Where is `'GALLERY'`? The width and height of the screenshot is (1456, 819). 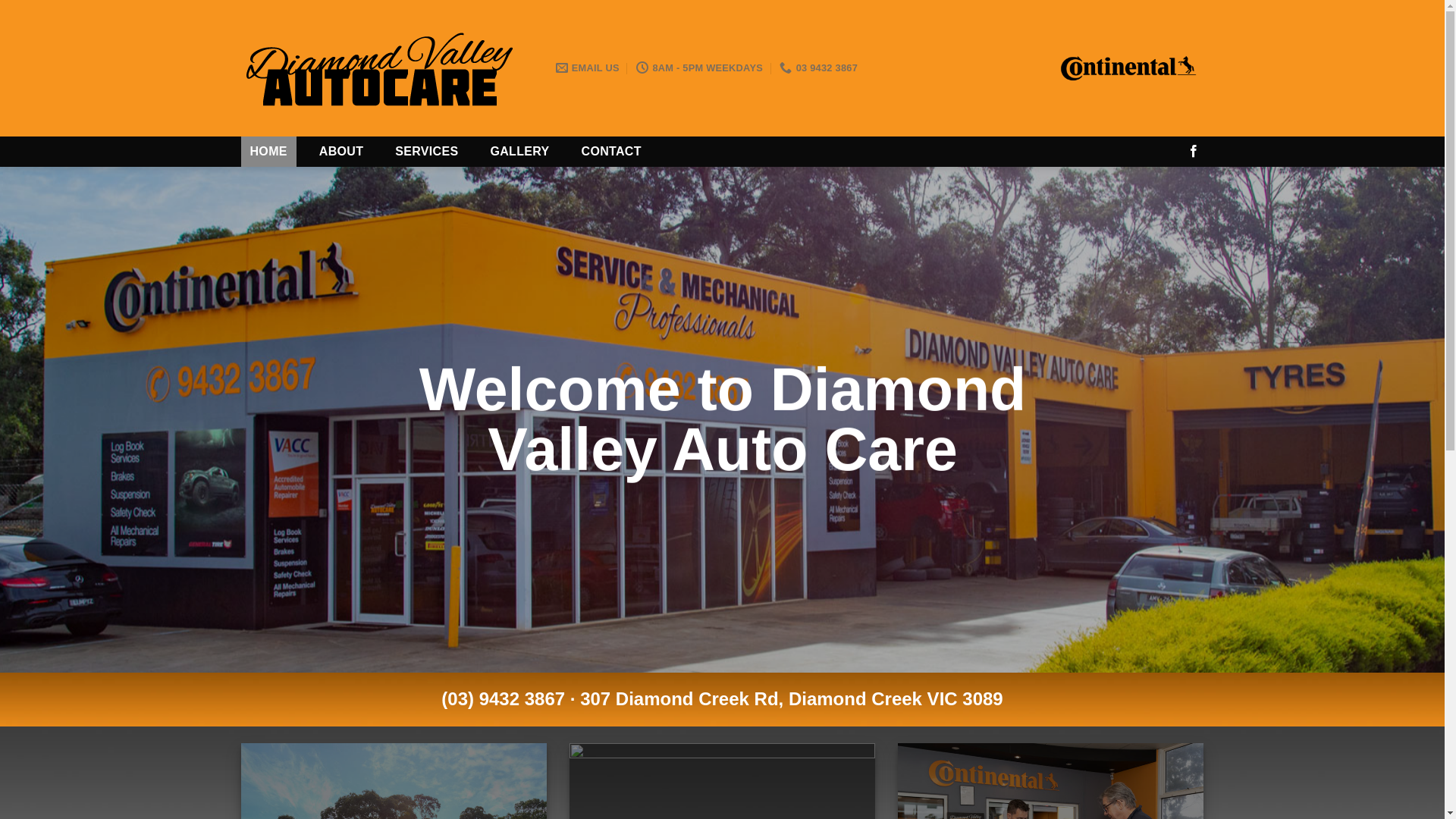 'GALLERY' is located at coordinates (519, 152).